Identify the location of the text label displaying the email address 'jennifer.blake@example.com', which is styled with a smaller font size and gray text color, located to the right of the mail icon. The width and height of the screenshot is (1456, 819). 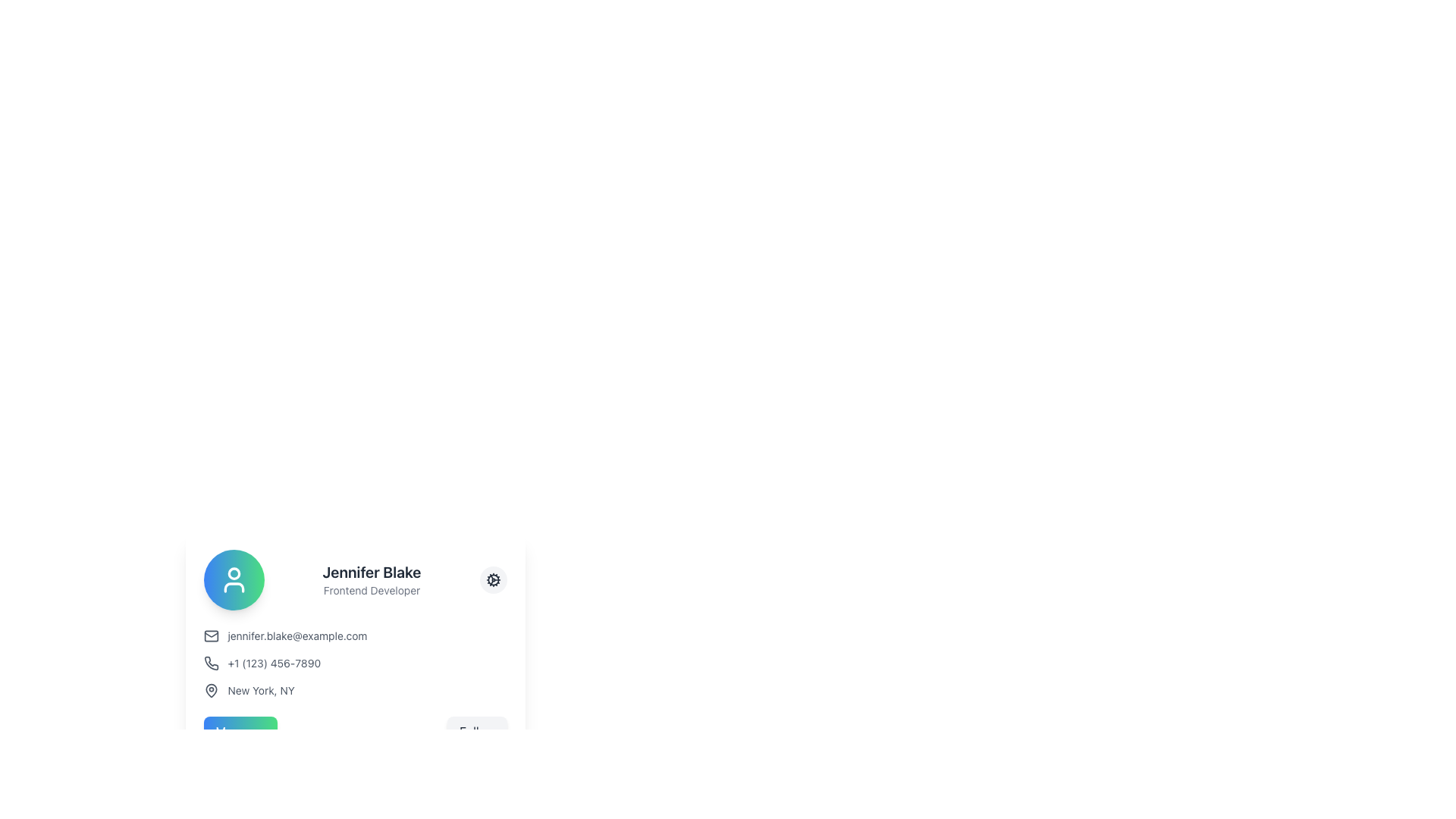
(297, 636).